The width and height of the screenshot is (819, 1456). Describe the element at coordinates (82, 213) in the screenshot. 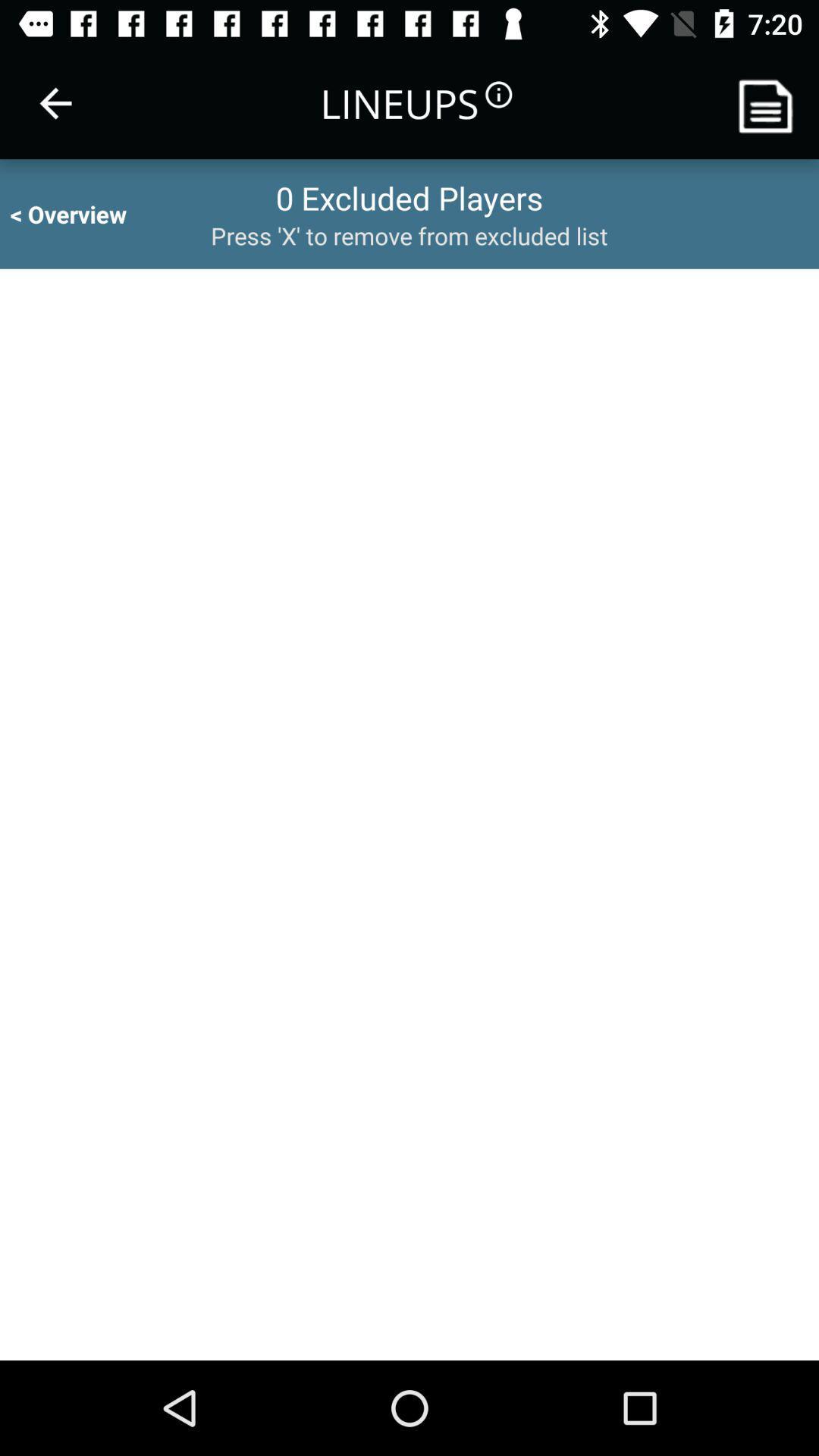

I see `< overview icon` at that location.